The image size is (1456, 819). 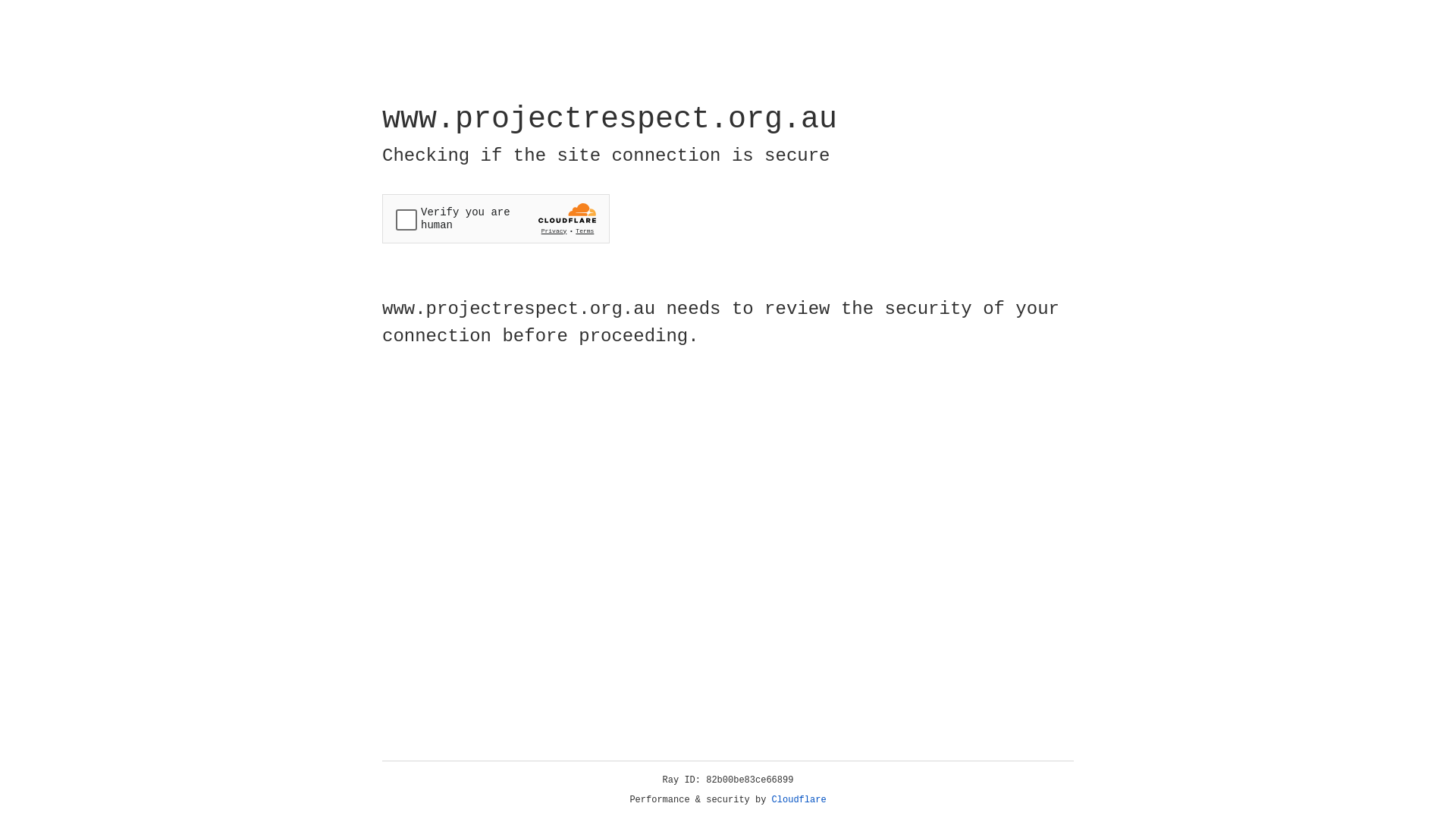 I want to click on 'Widget containing a Cloudflare security challenge', so click(x=495, y=218).